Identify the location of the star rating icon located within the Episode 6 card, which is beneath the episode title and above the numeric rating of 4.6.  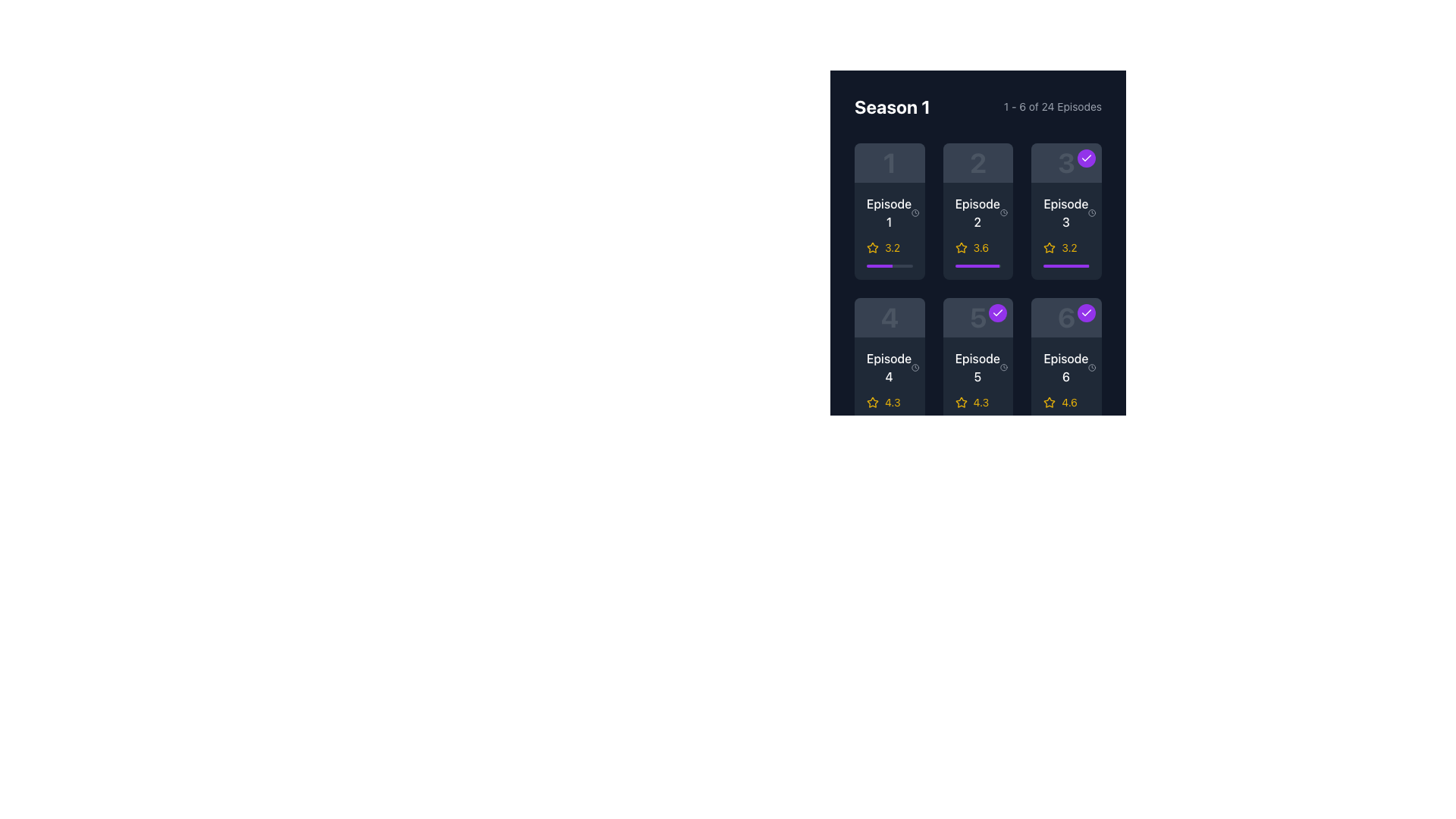
(1049, 401).